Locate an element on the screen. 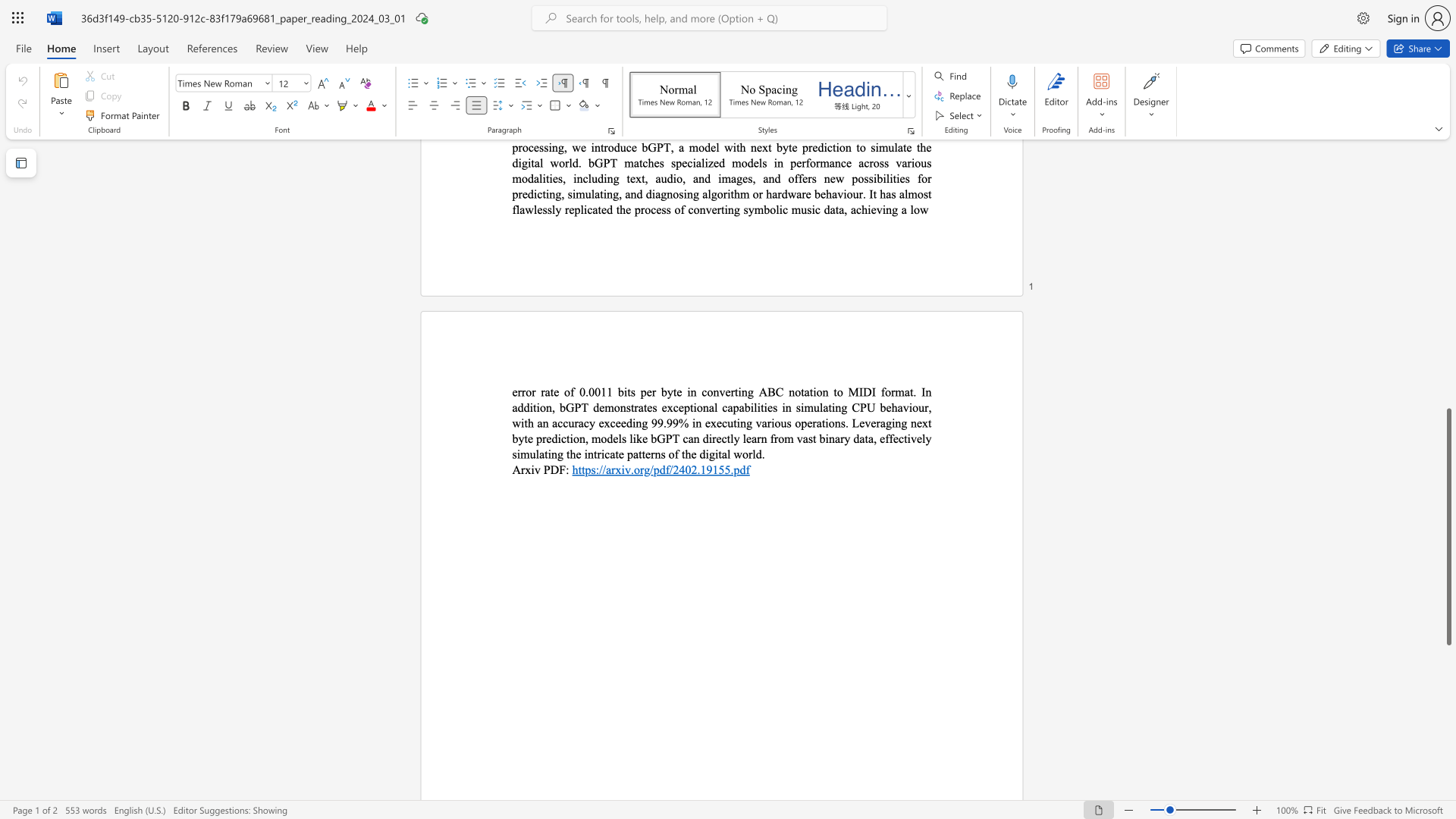 The image size is (1456, 819). the subset text "2.19155.p" within the text "https://arxiv.org/pdf/2402.19155.pdf" is located at coordinates (690, 469).